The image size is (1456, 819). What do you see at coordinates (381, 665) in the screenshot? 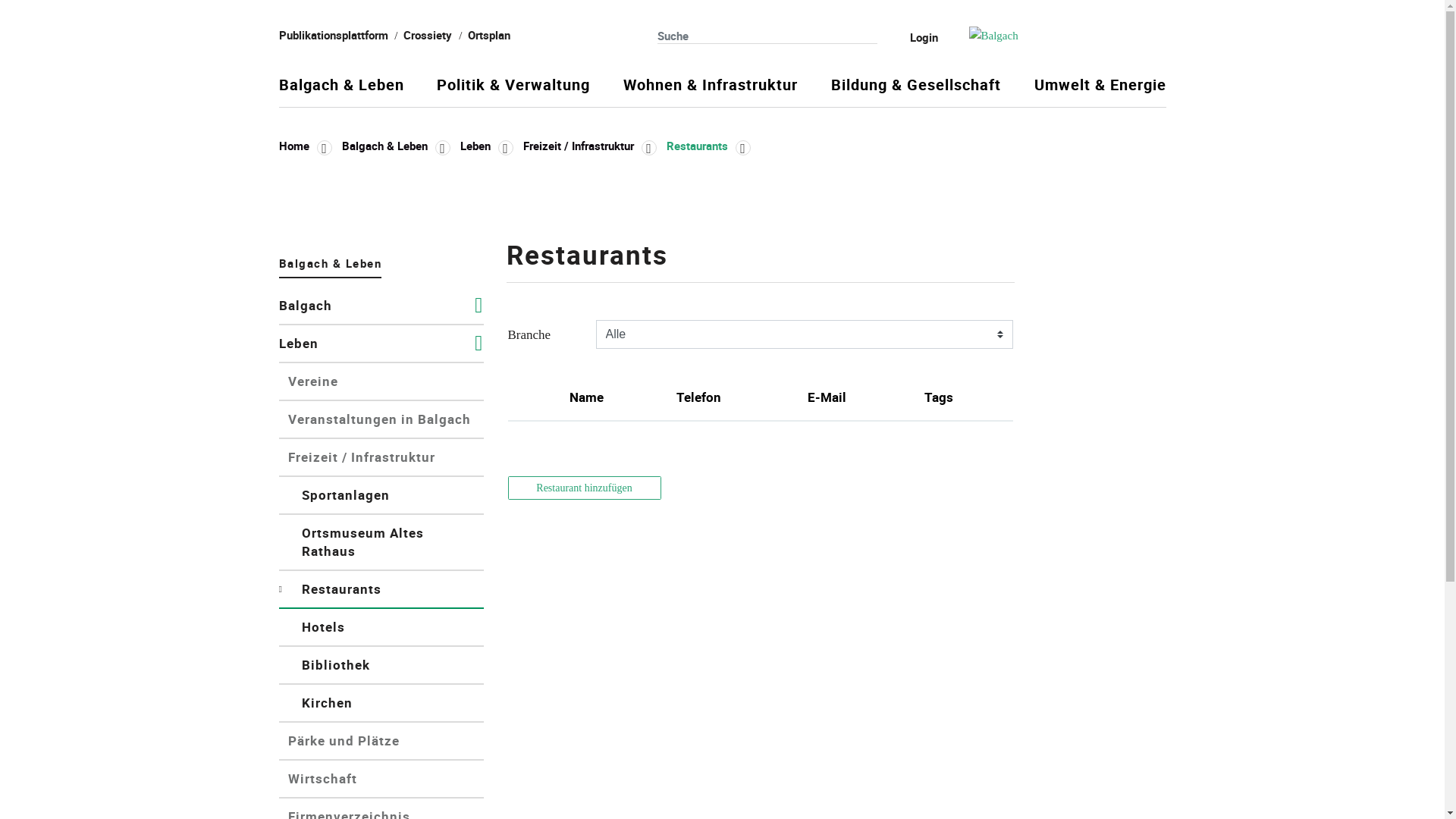
I see `'Bibliothek'` at bounding box center [381, 665].